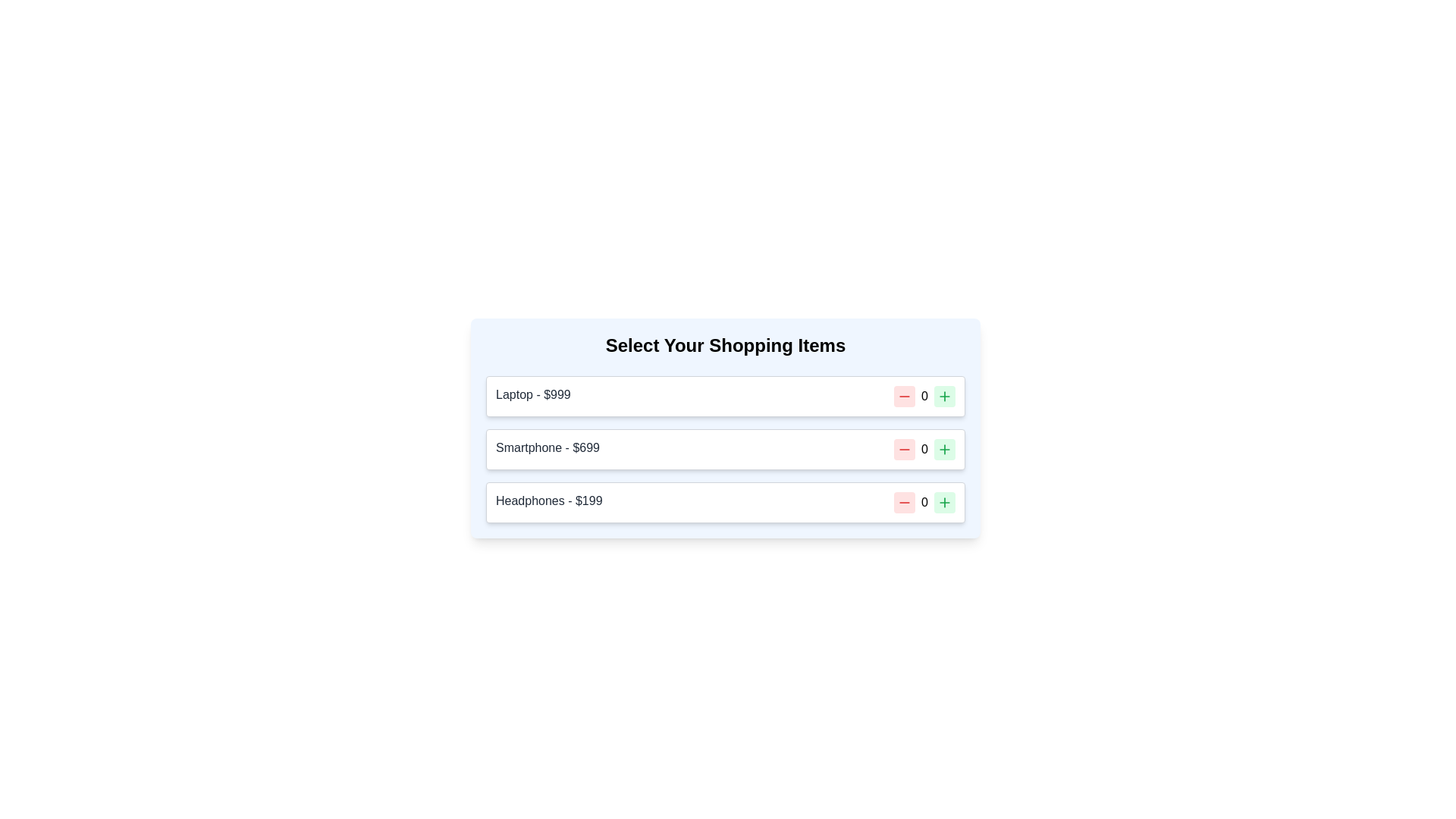 The height and width of the screenshot is (819, 1456). Describe the element at coordinates (924, 503) in the screenshot. I see `the 'Headphones' quantity text label located in the central portion of the quantity adjustment panel, which displays the current quantity of the item` at that location.